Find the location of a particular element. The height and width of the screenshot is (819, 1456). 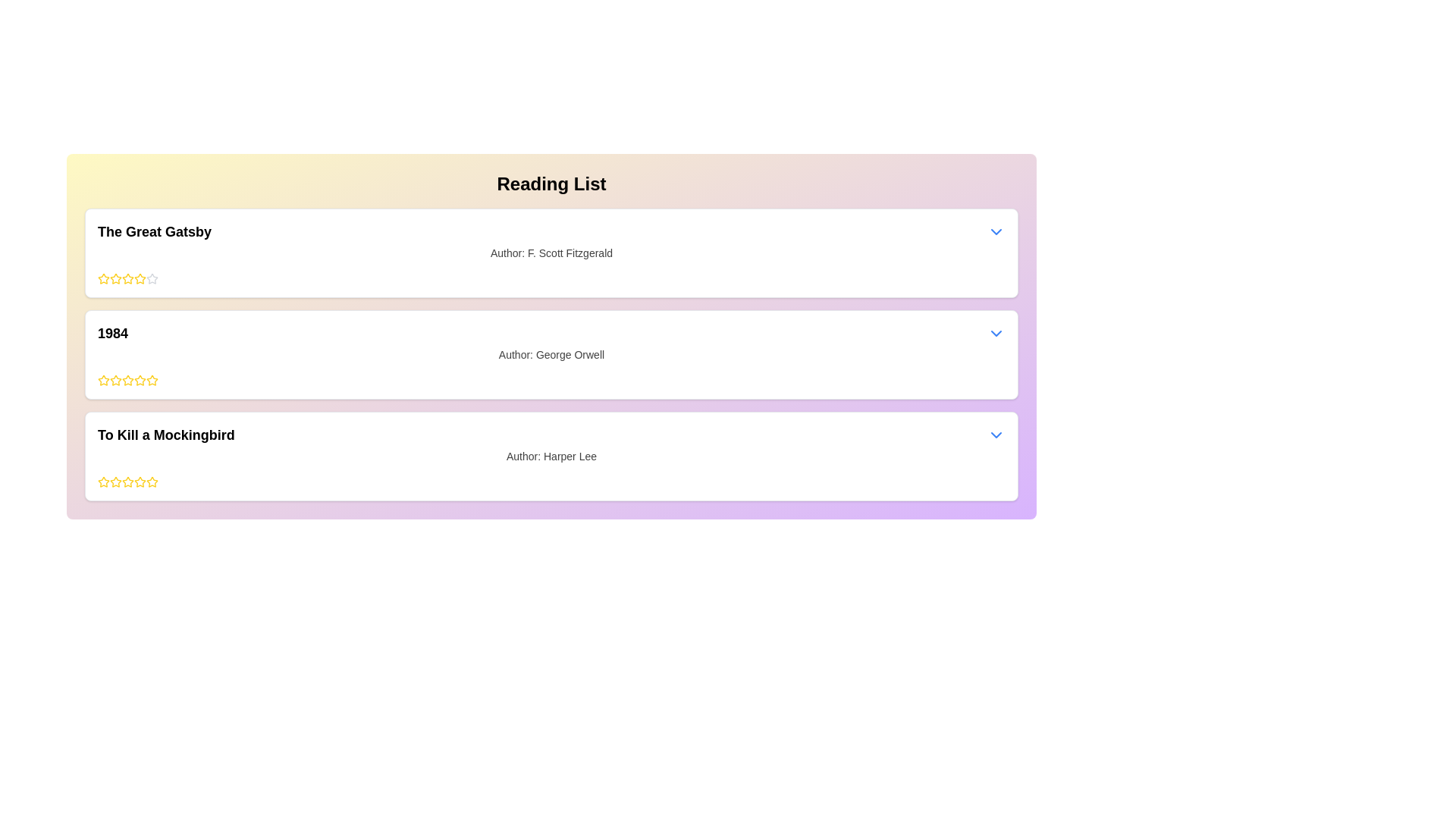

the star-shaped icon with a yellow outline under the heading '1984' in the 'Reading List' to rate it is located at coordinates (115, 379).